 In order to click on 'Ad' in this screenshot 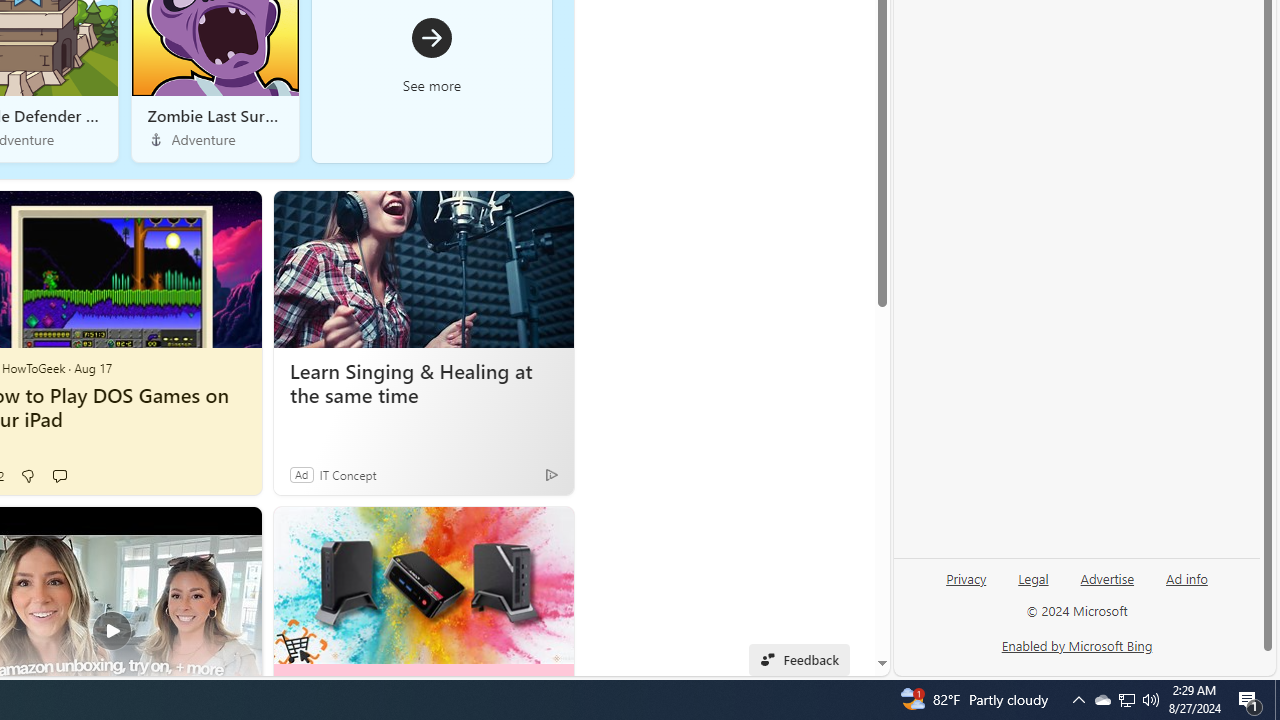, I will do `click(300, 474)`.